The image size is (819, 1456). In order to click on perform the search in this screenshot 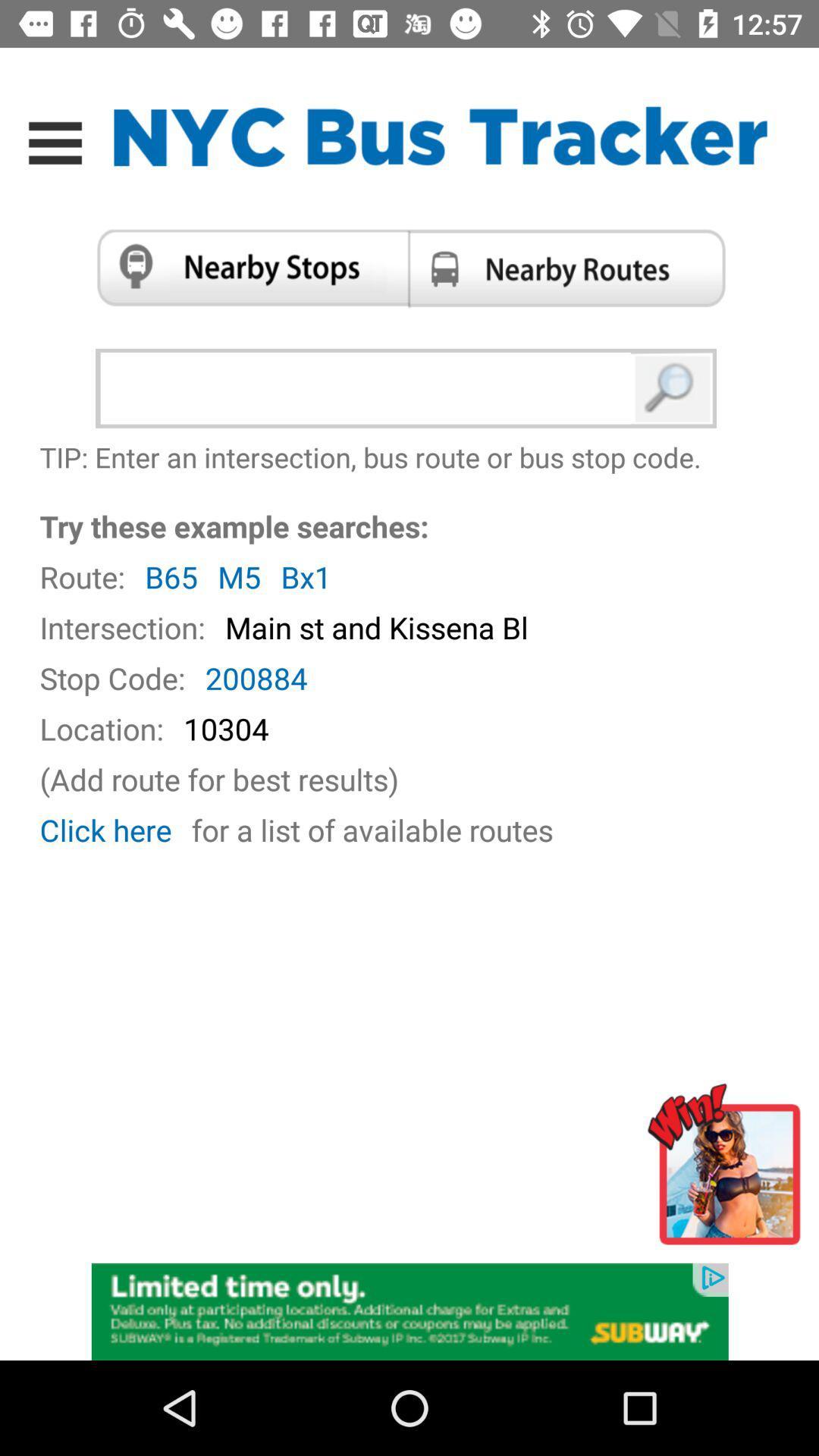, I will do `click(673, 388)`.